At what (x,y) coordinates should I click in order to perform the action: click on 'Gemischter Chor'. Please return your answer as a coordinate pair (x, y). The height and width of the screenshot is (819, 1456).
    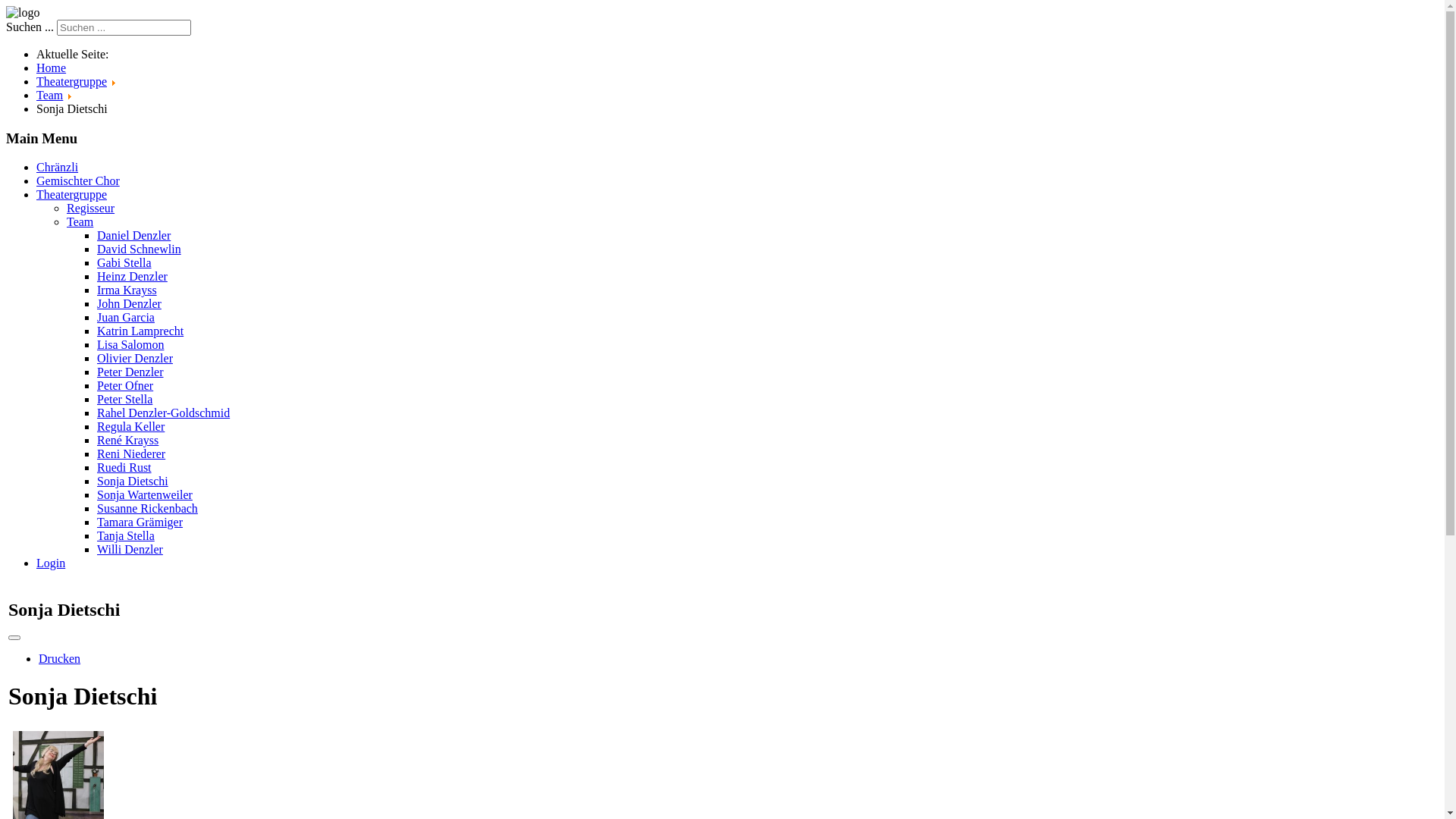
    Looking at the image, I should click on (77, 180).